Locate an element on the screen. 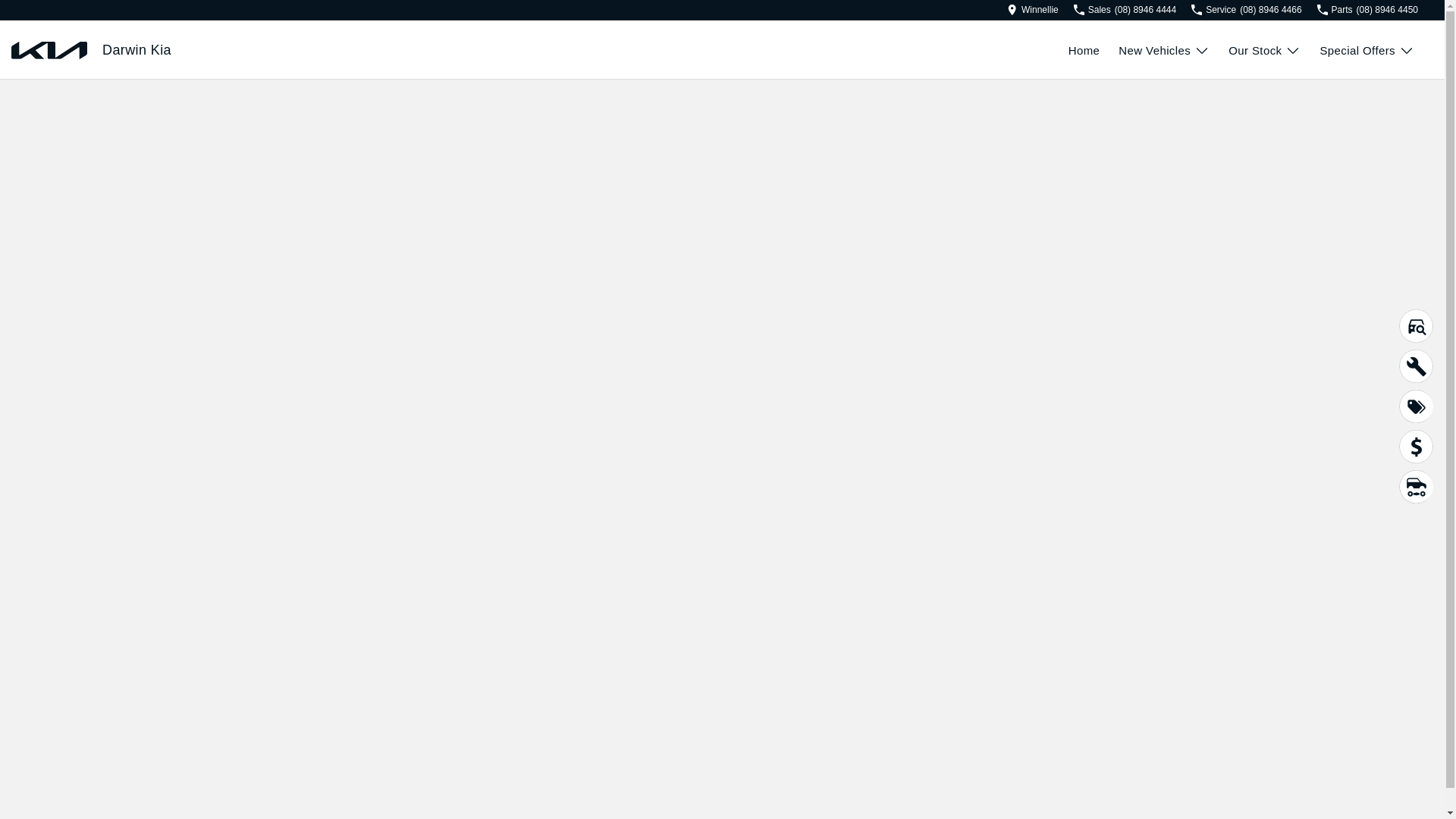 The image size is (1456, 819). 'Parts is located at coordinates (1316, 9).